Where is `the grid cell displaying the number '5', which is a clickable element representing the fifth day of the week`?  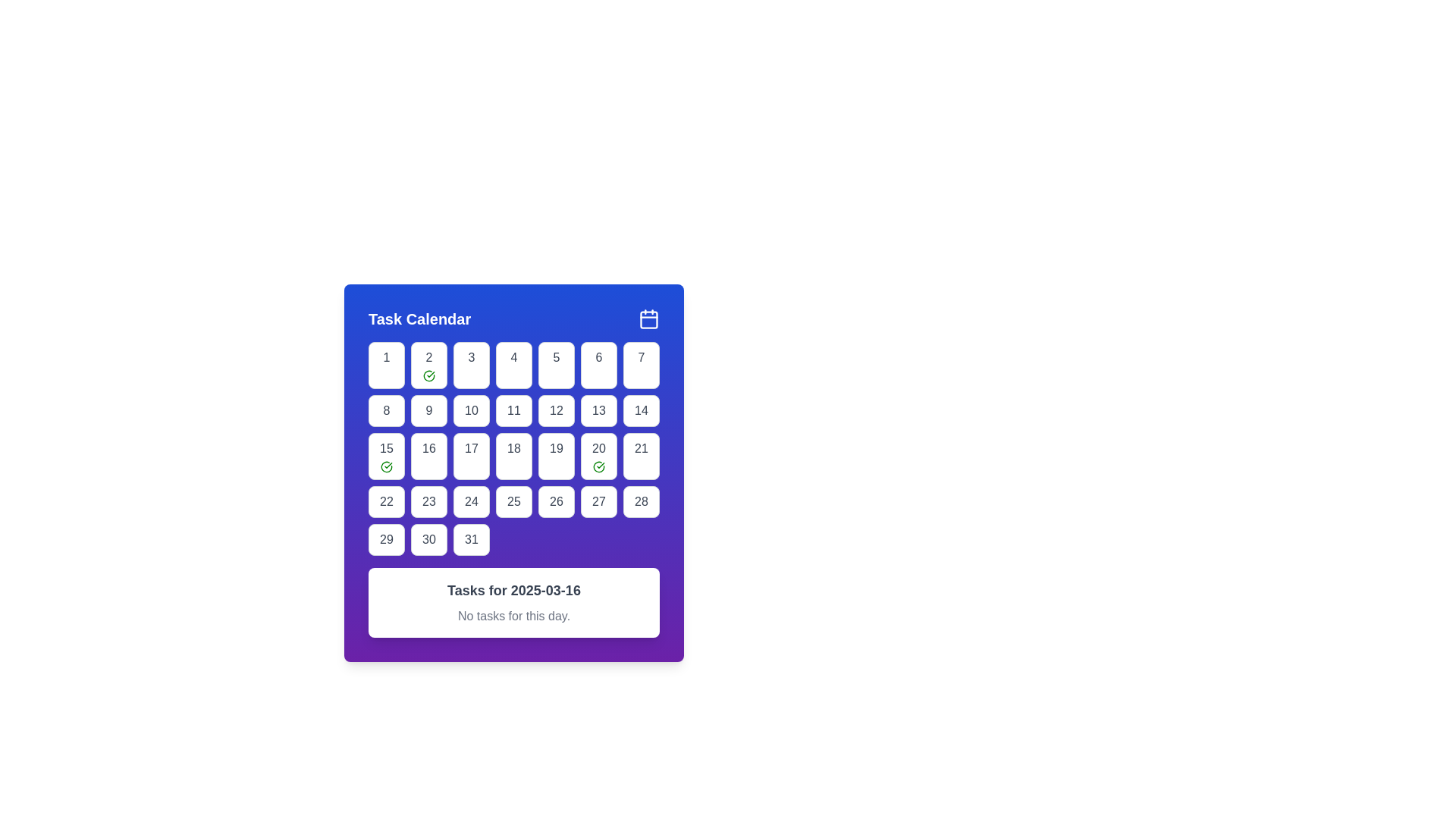
the grid cell displaying the number '5', which is a clickable element representing the fifth day of the week is located at coordinates (556, 357).